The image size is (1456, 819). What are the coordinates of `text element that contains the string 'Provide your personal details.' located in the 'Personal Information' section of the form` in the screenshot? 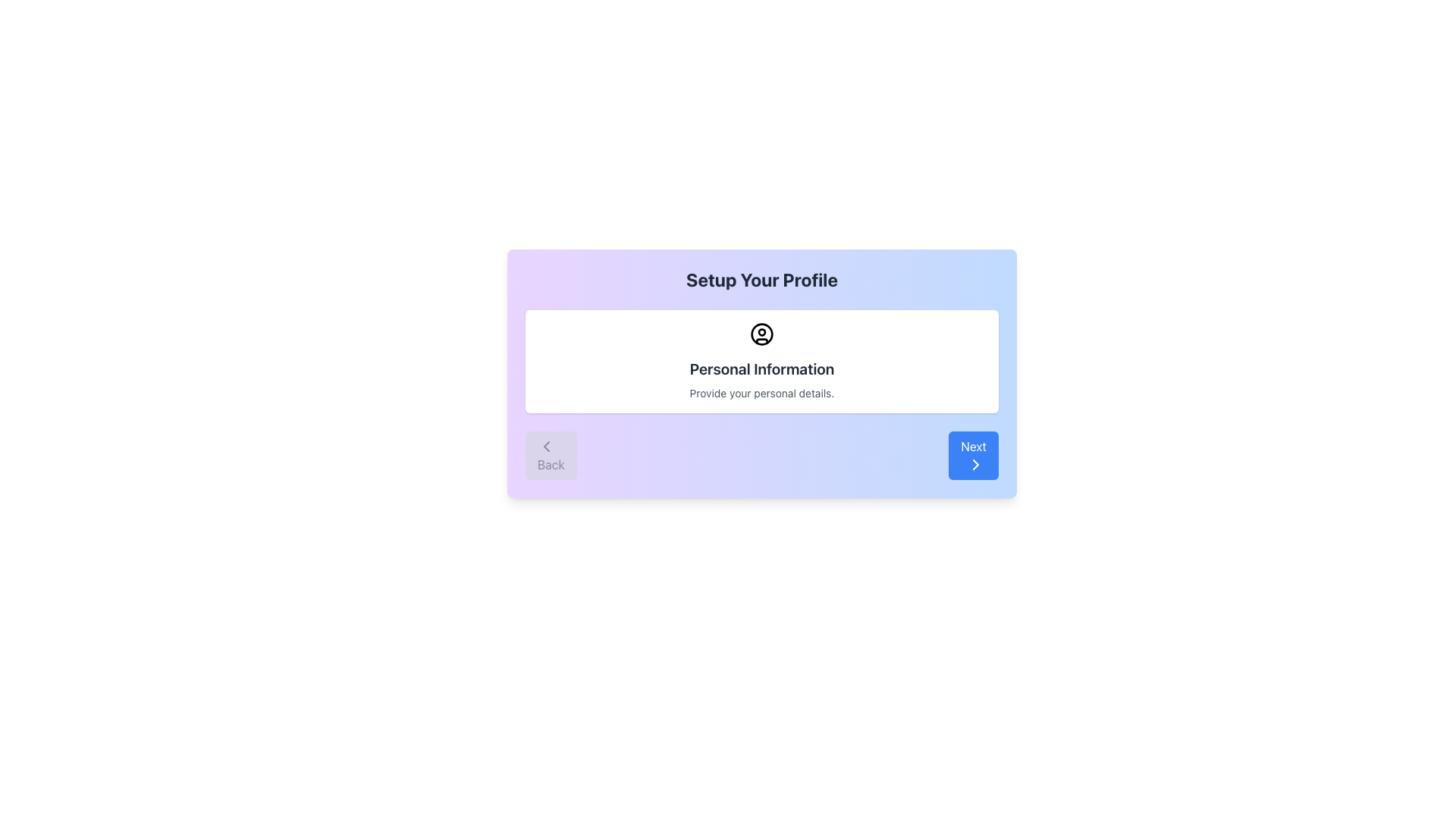 It's located at (761, 393).